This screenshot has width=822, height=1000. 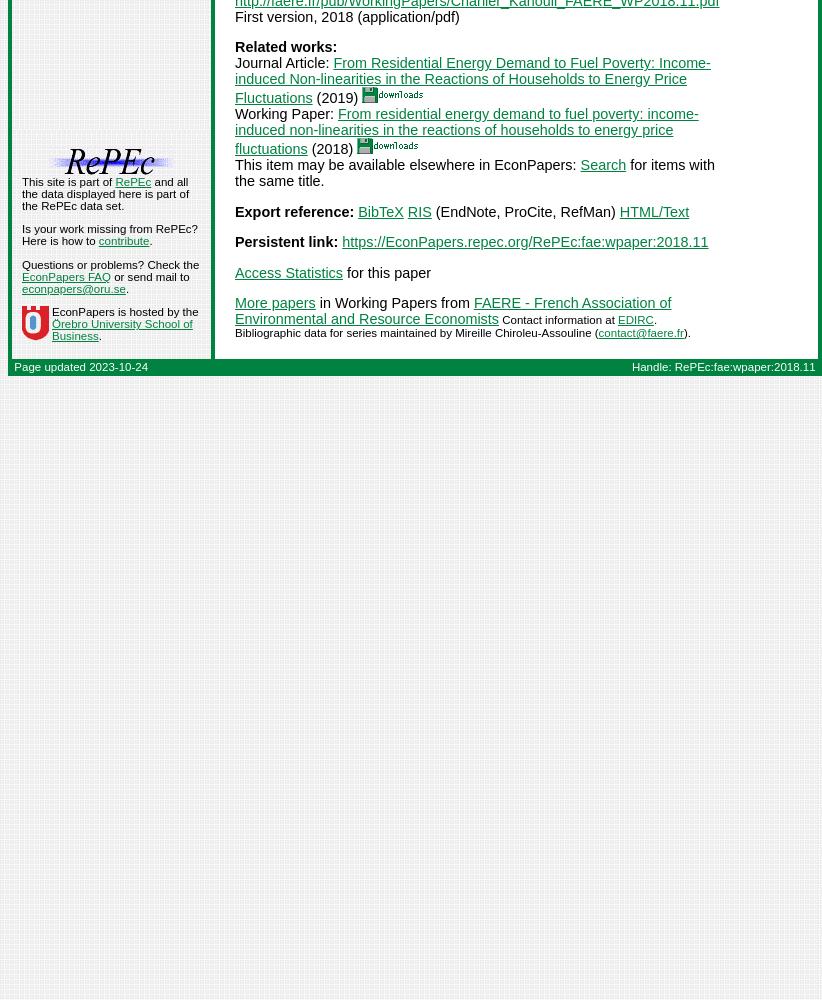 I want to click on 'This site is part of', so click(x=68, y=181).